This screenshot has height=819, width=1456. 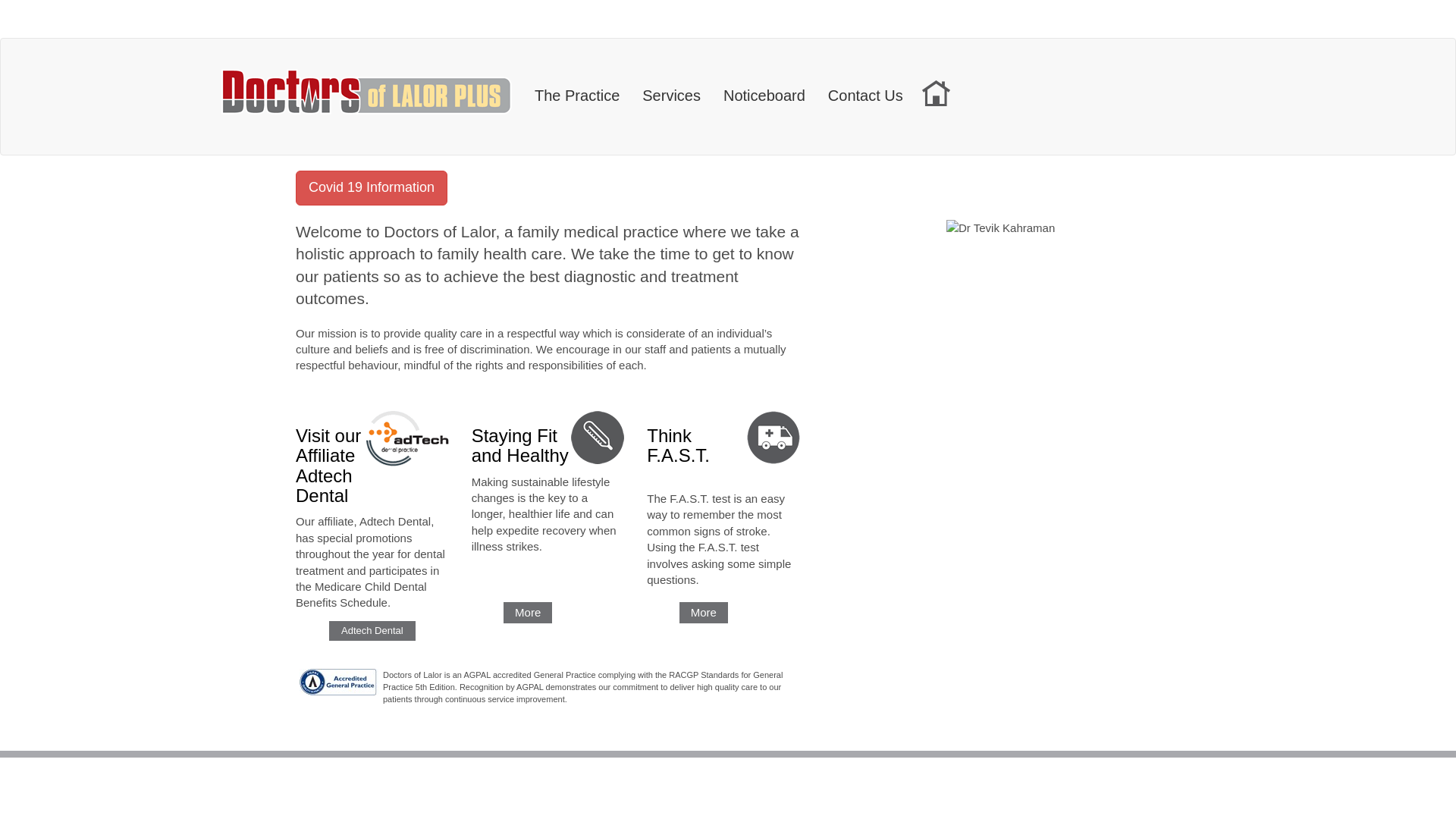 What do you see at coordinates (711, 91) in the screenshot?
I see `'Noticeboard'` at bounding box center [711, 91].